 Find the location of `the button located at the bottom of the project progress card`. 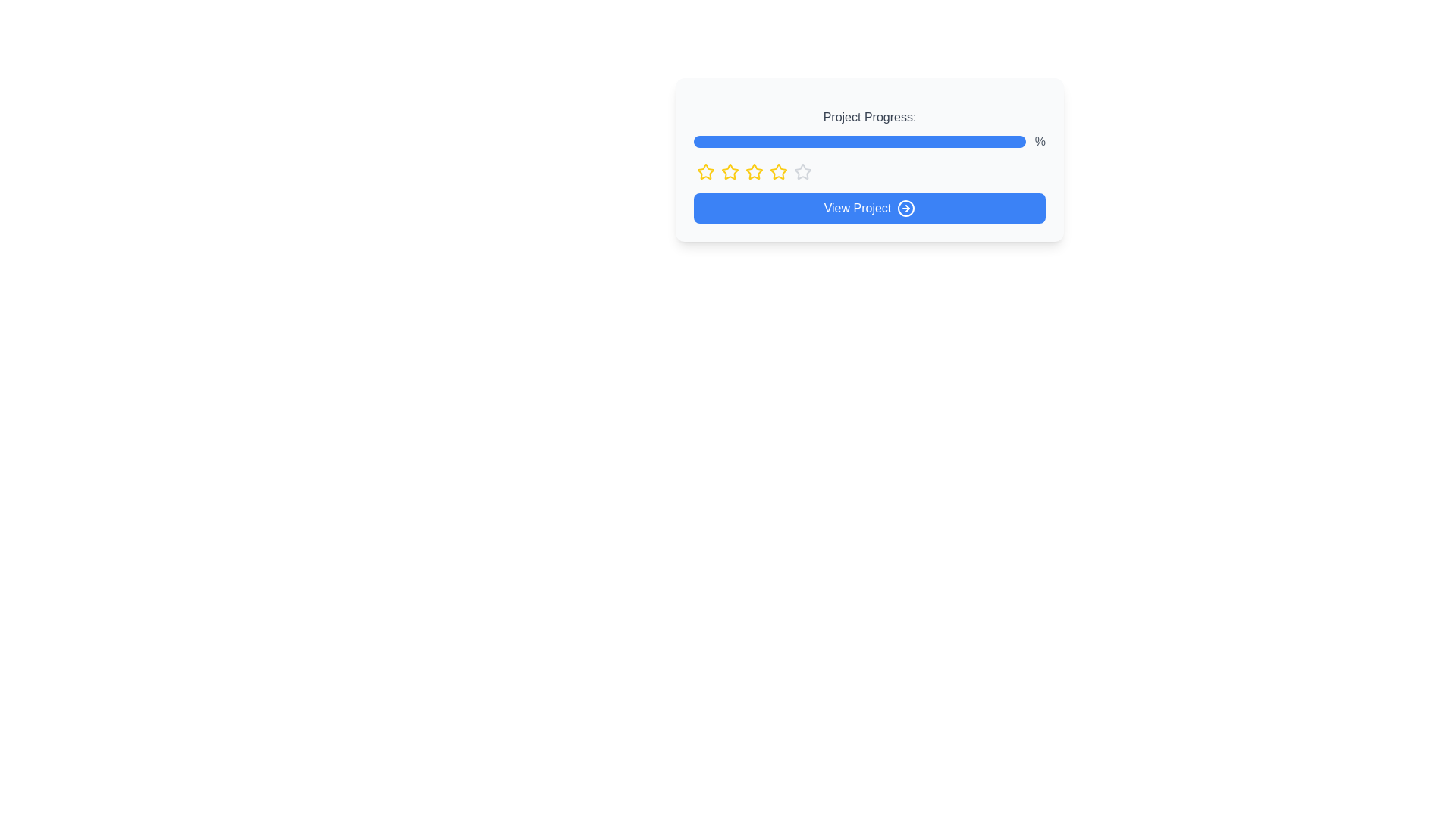

the button located at the bottom of the project progress card is located at coordinates (870, 208).